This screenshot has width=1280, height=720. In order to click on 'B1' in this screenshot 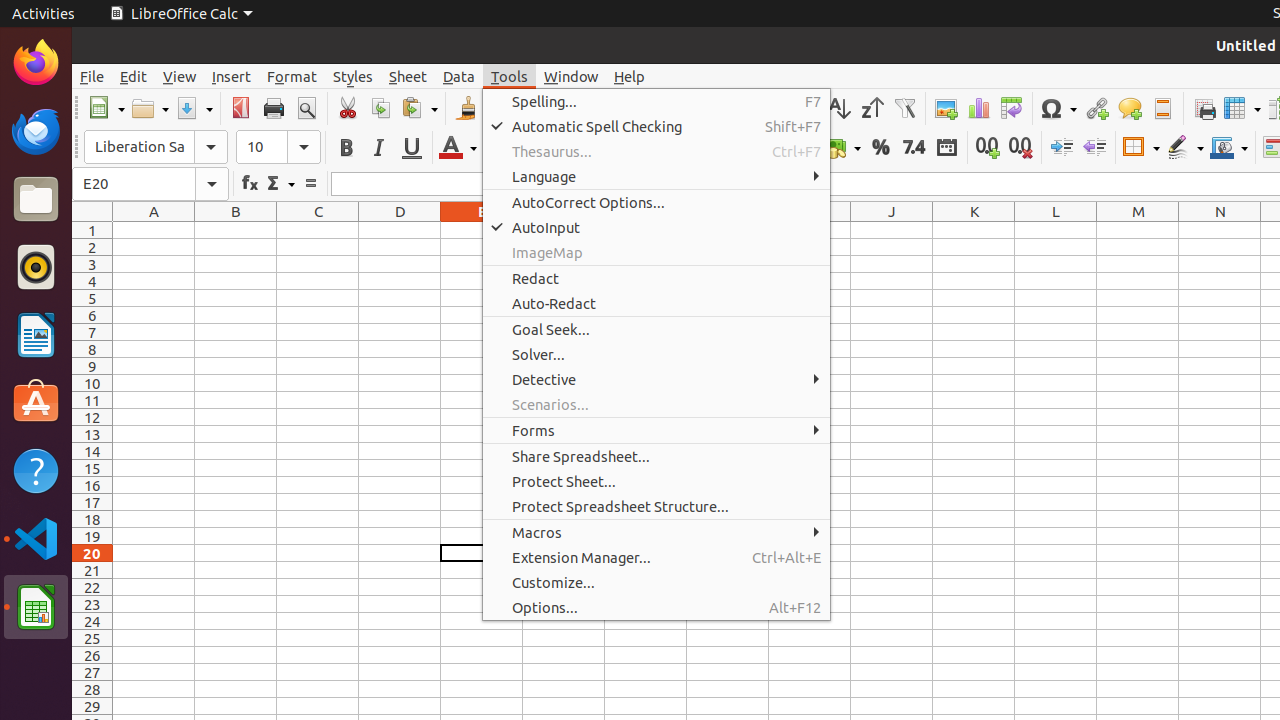, I will do `click(236, 229)`.